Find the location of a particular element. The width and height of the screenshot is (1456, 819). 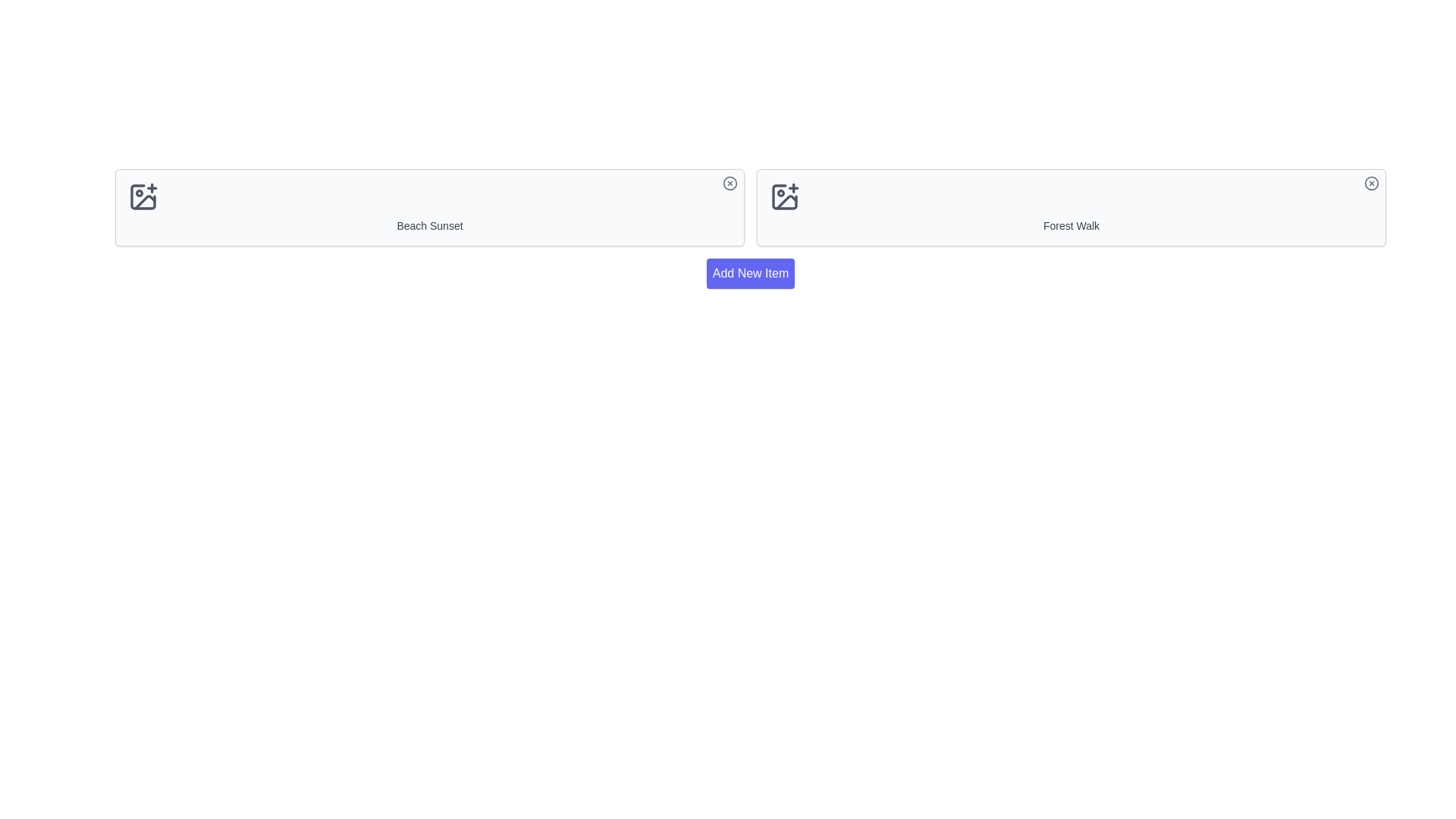

the button located below the 'Beach Sunset' and 'Forest Walk' elements is located at coordinates (750, 274).